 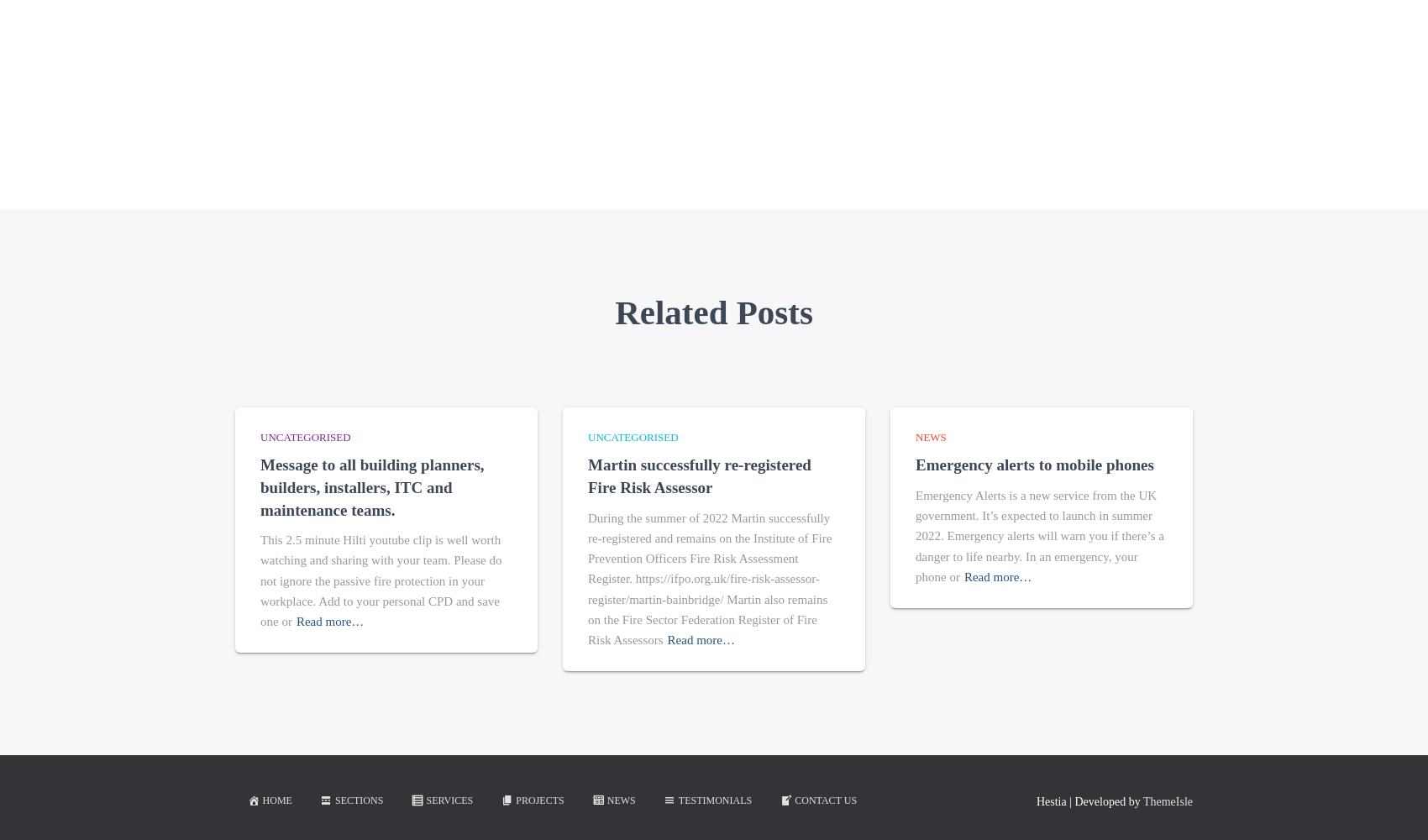 What do you see at coordinates (712, 311) in the screenshot?
I see `'Related Posts'` at bounding box center [712, 311].